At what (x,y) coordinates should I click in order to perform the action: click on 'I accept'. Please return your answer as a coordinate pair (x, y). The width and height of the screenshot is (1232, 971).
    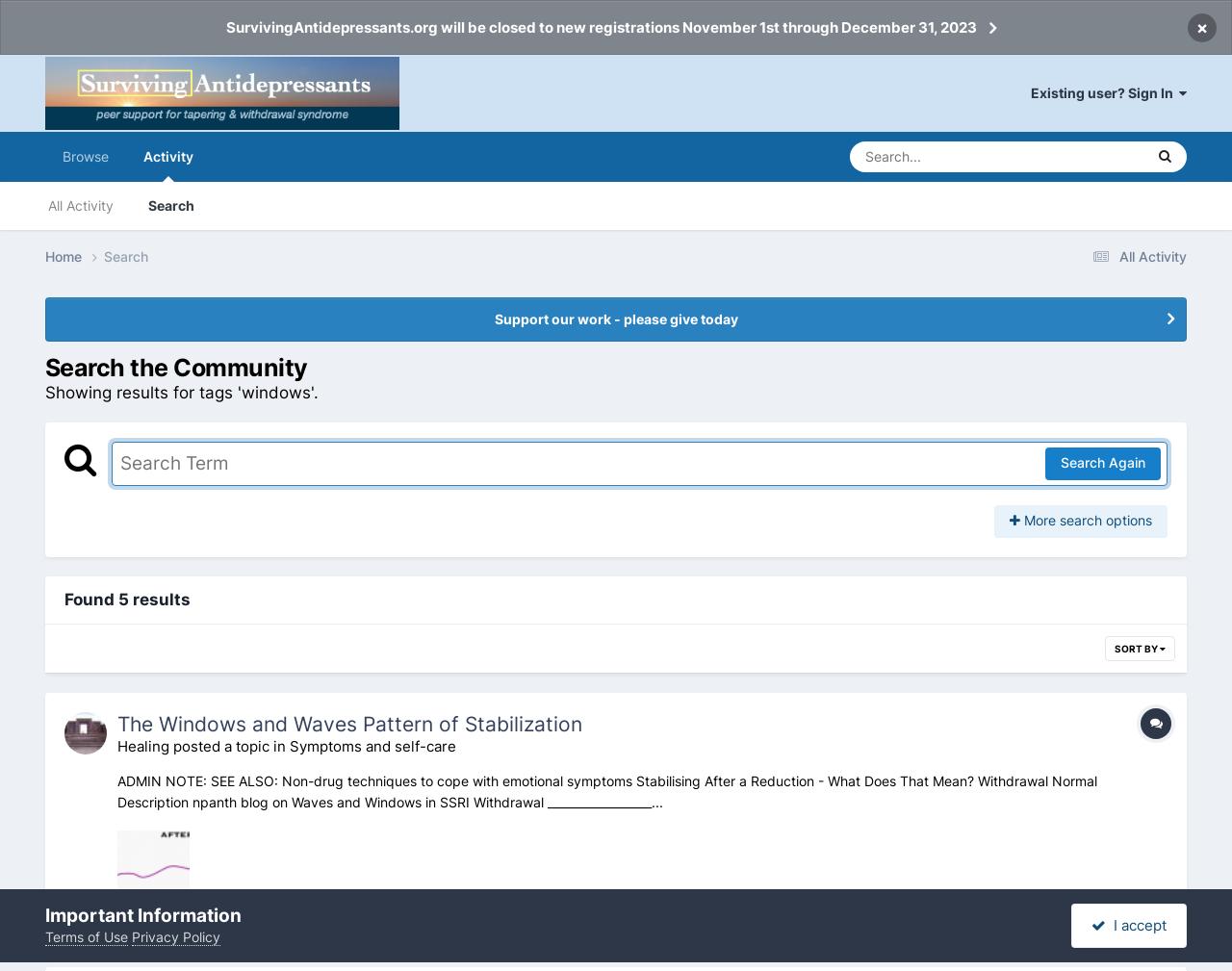
    Looking at the image, I should click on (1135, 924).